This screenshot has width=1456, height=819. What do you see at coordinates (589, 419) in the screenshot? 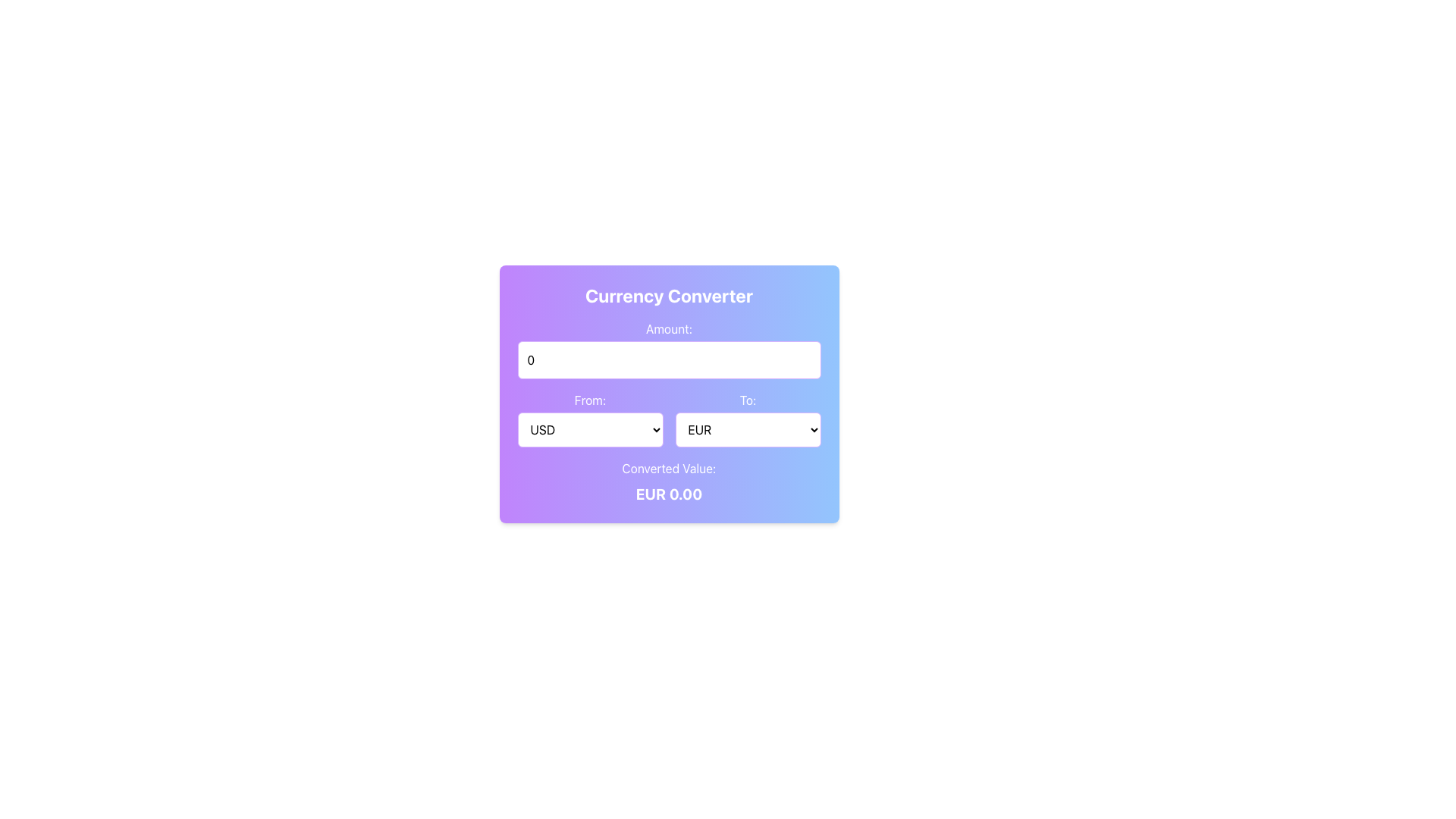
I see `the currency selection dropdown menu located below the 'From:' label to focus on it` at bounding box center [589, 419].